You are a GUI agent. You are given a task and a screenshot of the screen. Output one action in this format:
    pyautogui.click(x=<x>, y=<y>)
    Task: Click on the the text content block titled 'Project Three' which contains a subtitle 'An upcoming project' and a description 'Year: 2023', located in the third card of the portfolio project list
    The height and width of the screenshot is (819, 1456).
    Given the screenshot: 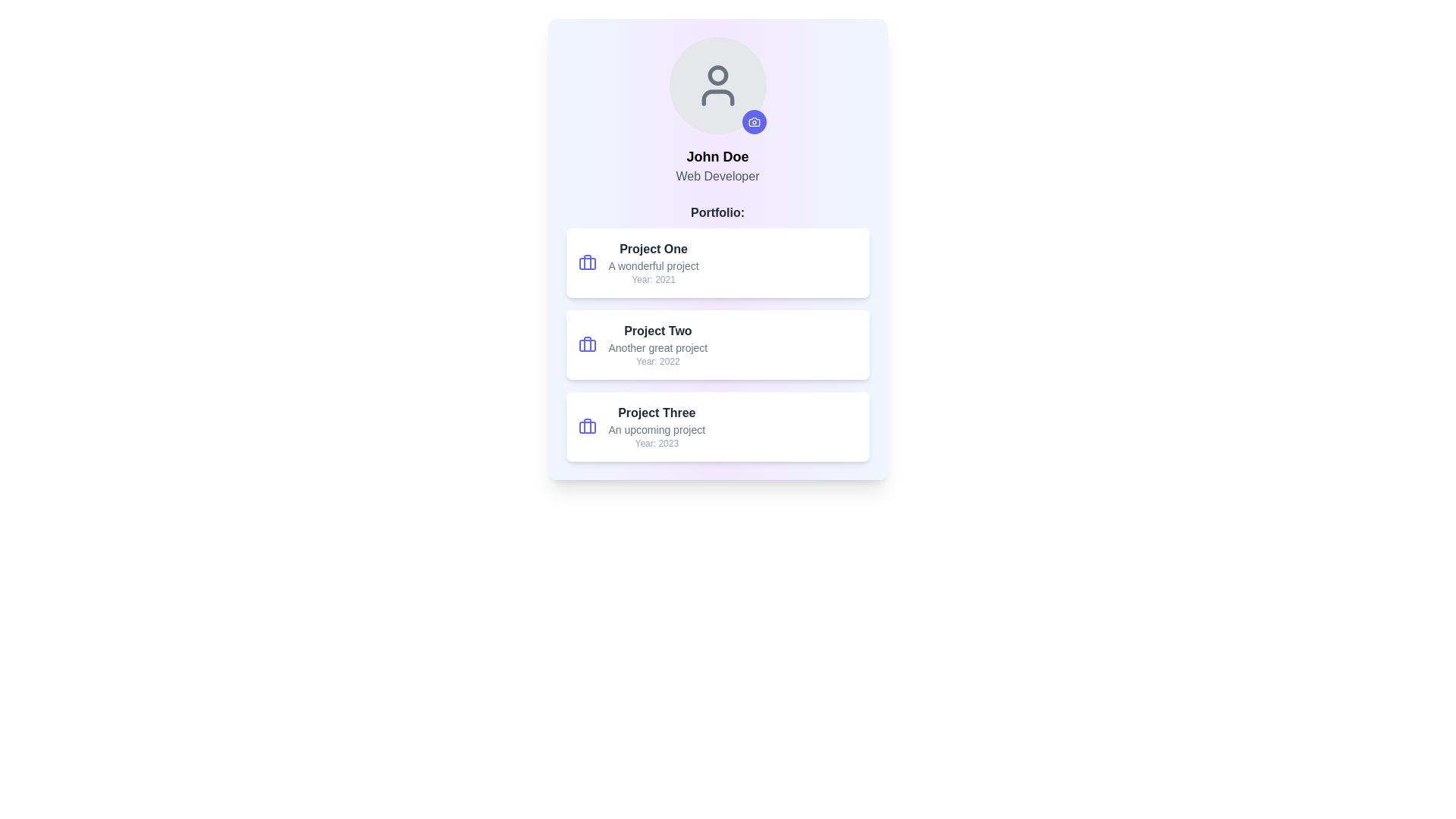 What is the action you would take?
    pyautogui.click(x=657, y=427)
    